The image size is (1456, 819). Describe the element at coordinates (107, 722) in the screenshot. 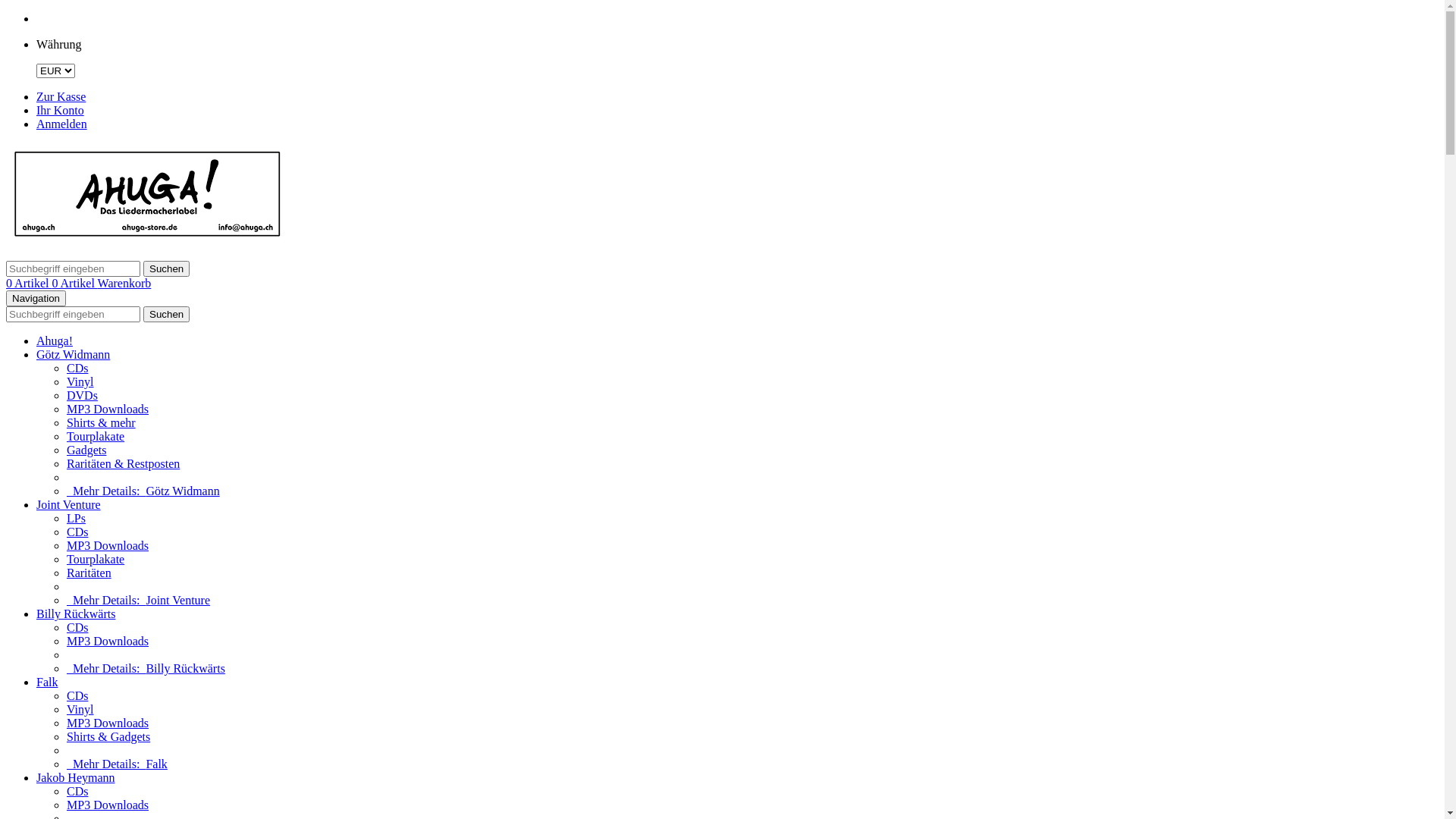

I see `'MP3 Downloads'` at that location.